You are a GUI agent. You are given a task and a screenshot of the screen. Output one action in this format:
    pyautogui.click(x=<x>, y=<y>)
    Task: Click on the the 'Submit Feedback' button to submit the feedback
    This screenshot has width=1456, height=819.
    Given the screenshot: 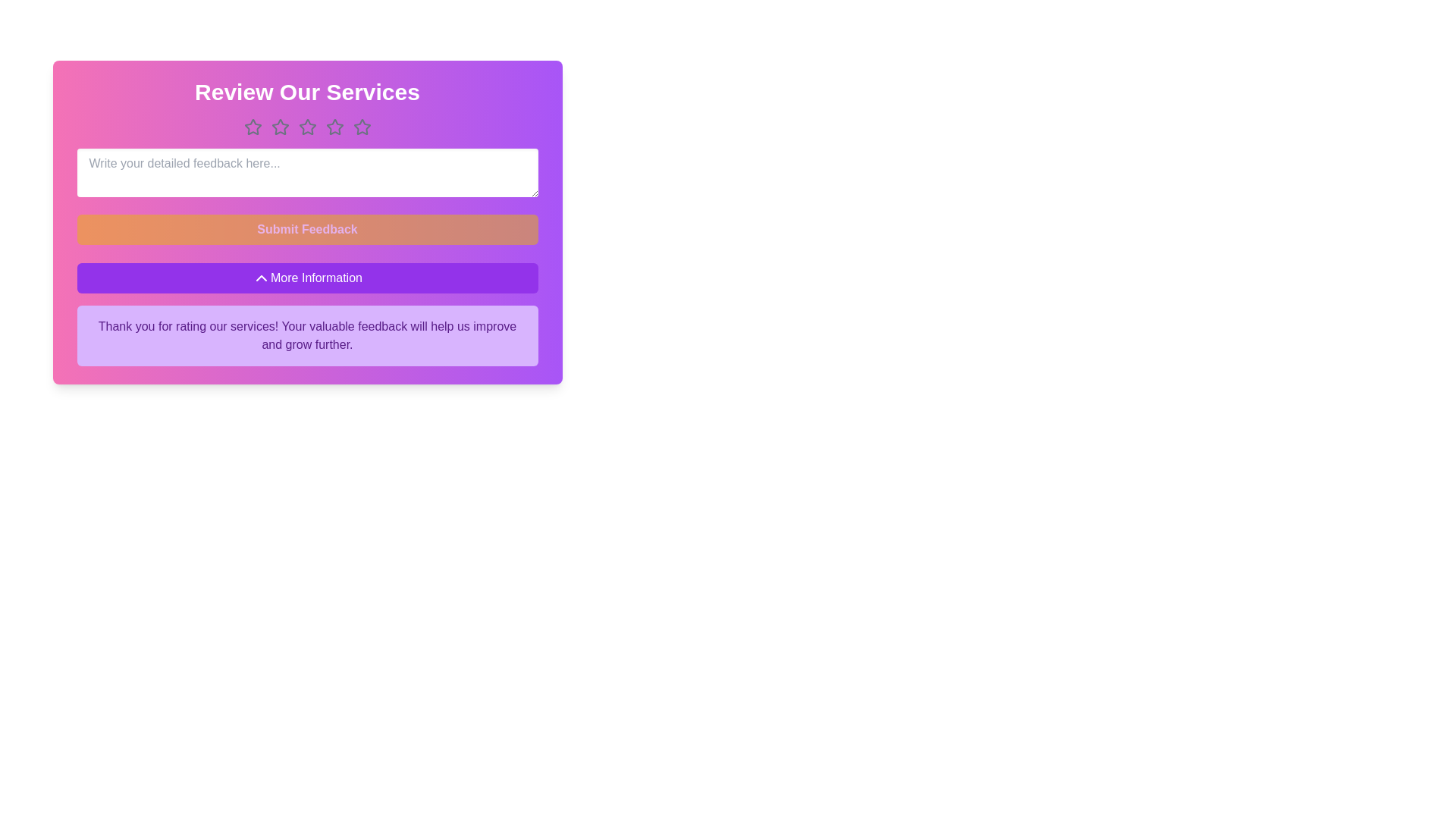 What is the action you would take?
    pyautogui.click(x=306, y=230)
    